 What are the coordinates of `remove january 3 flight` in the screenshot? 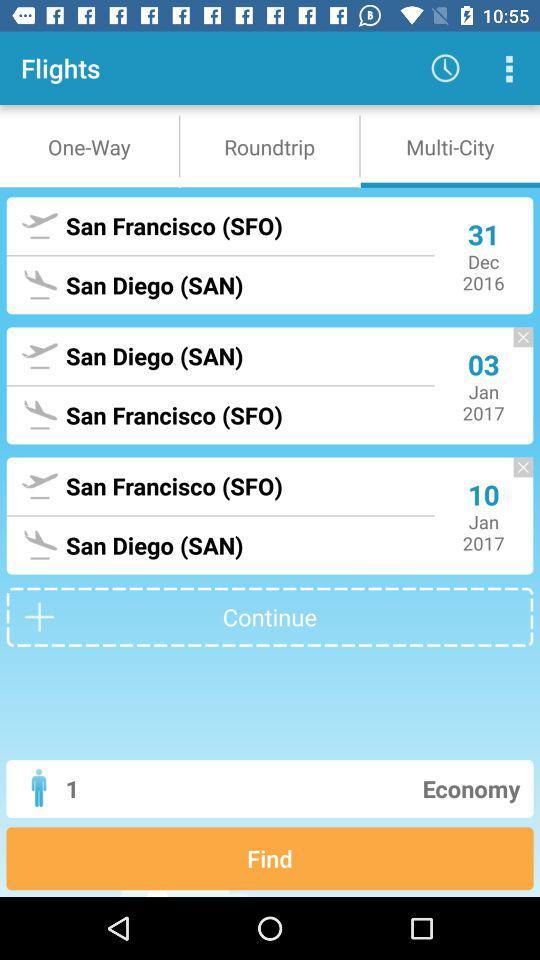 It's located at (513, 347).